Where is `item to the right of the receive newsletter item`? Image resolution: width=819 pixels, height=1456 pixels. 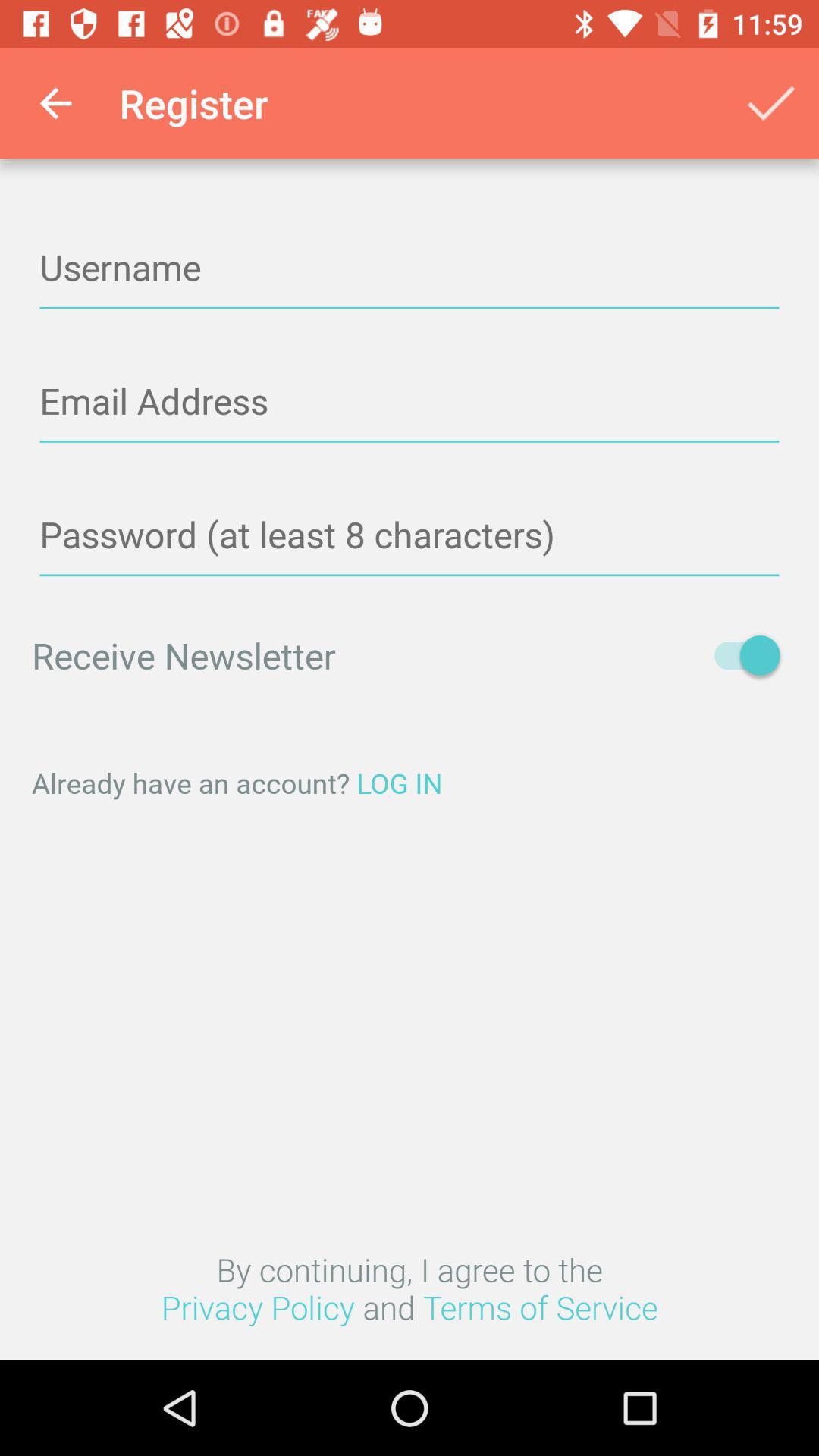
item to the right of the receive newsletter item is located at coordinates (739, 655).